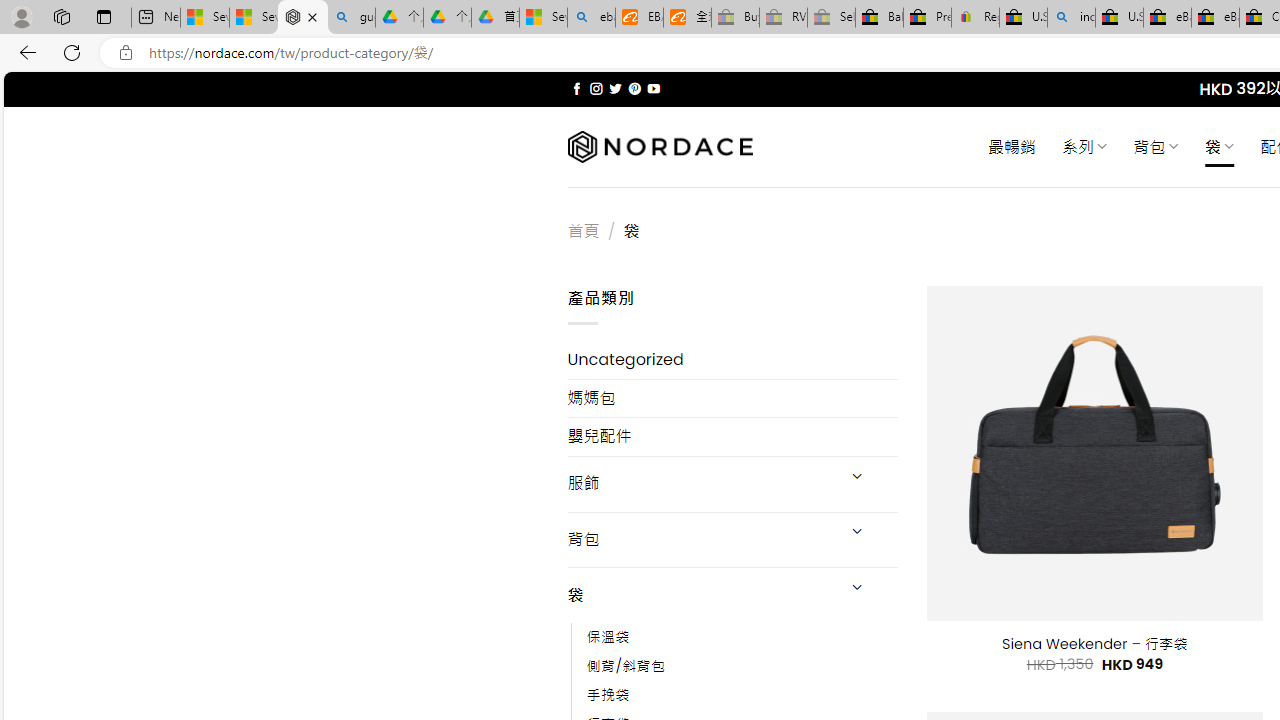  What do you see at coordinates (614, 88) in the screenshot?
I see `'Follow on Twitter'` at bounding box center [614, 88].